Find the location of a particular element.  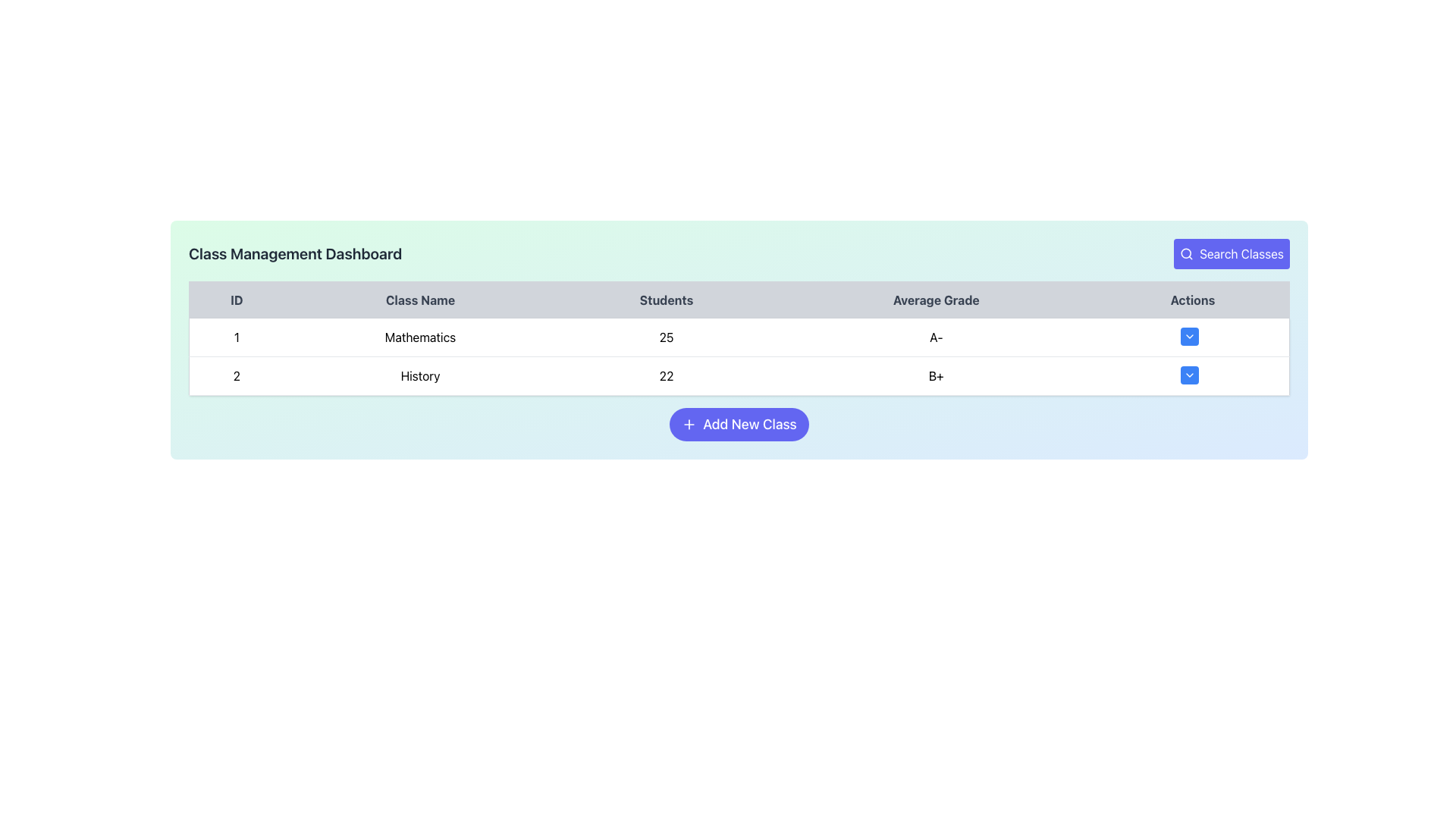

the static text element displaying the grade 'B+' for the 'History' class, located in the fourth column of the second row under the 'Average Grade' column is located at coordinates (935, 375).